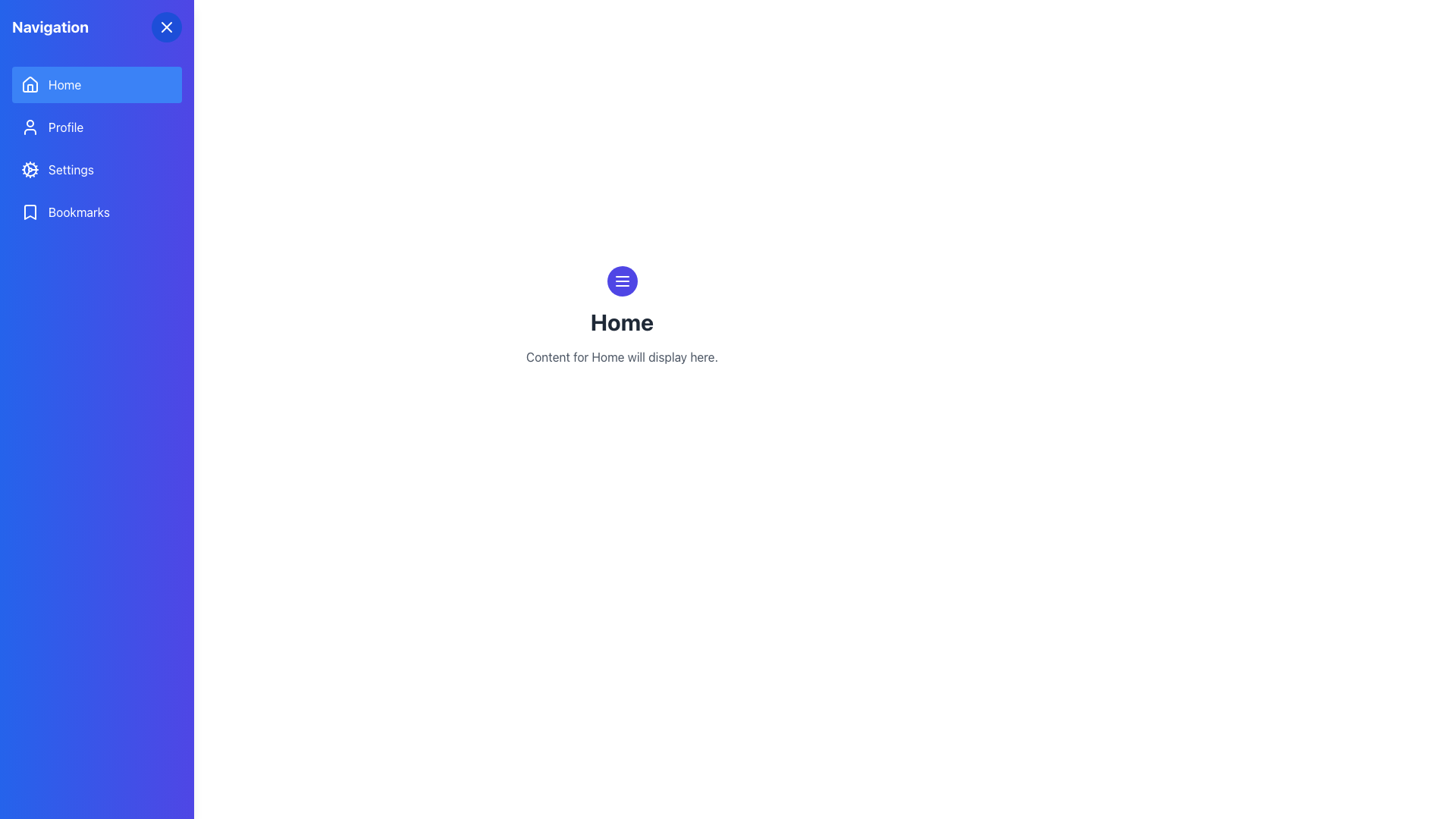  I want to click on the Header text element located below a small interactive button with an indigo background, which serves as the page's header and provides an indication of the current section being viewed, so click(622, 321).